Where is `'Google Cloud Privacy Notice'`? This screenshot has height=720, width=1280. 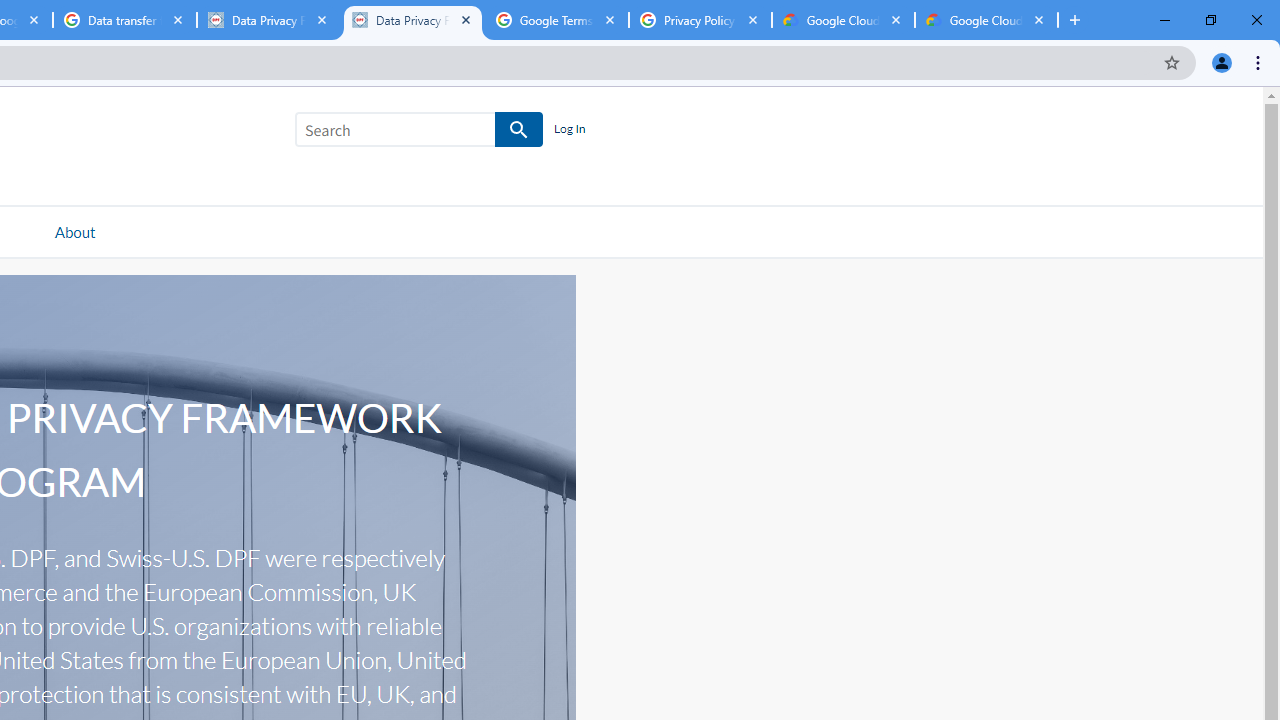
'Google Cloud Privacy Notice' is located at coordinates (843, 20).